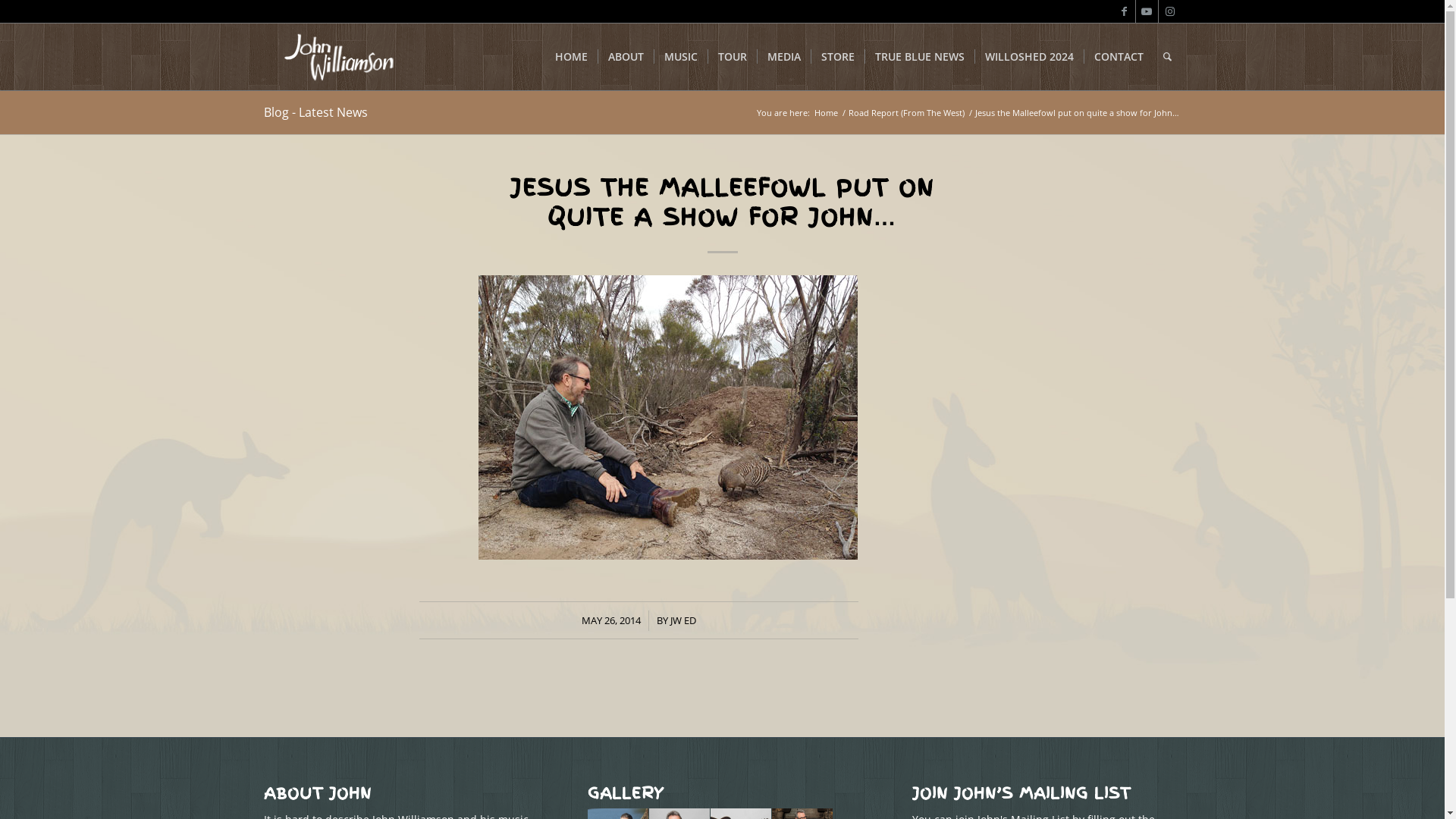  What do you see at coordinates (1169, 11) in the screenshot?
I see `'Instagram'` at bounding box center [1169, 11].